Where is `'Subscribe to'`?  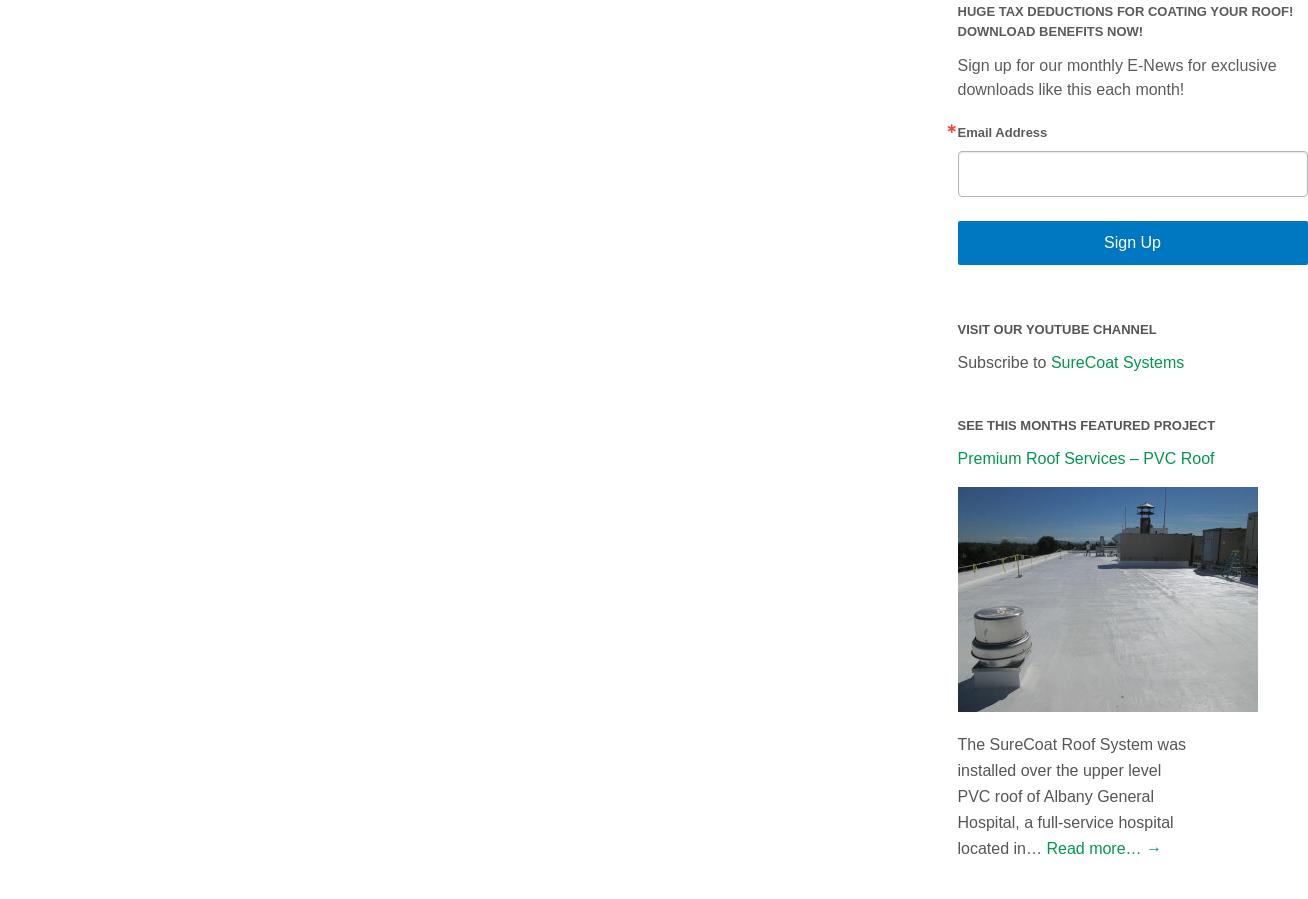 'Subscribe to' is located at coordinates (1003, 360).